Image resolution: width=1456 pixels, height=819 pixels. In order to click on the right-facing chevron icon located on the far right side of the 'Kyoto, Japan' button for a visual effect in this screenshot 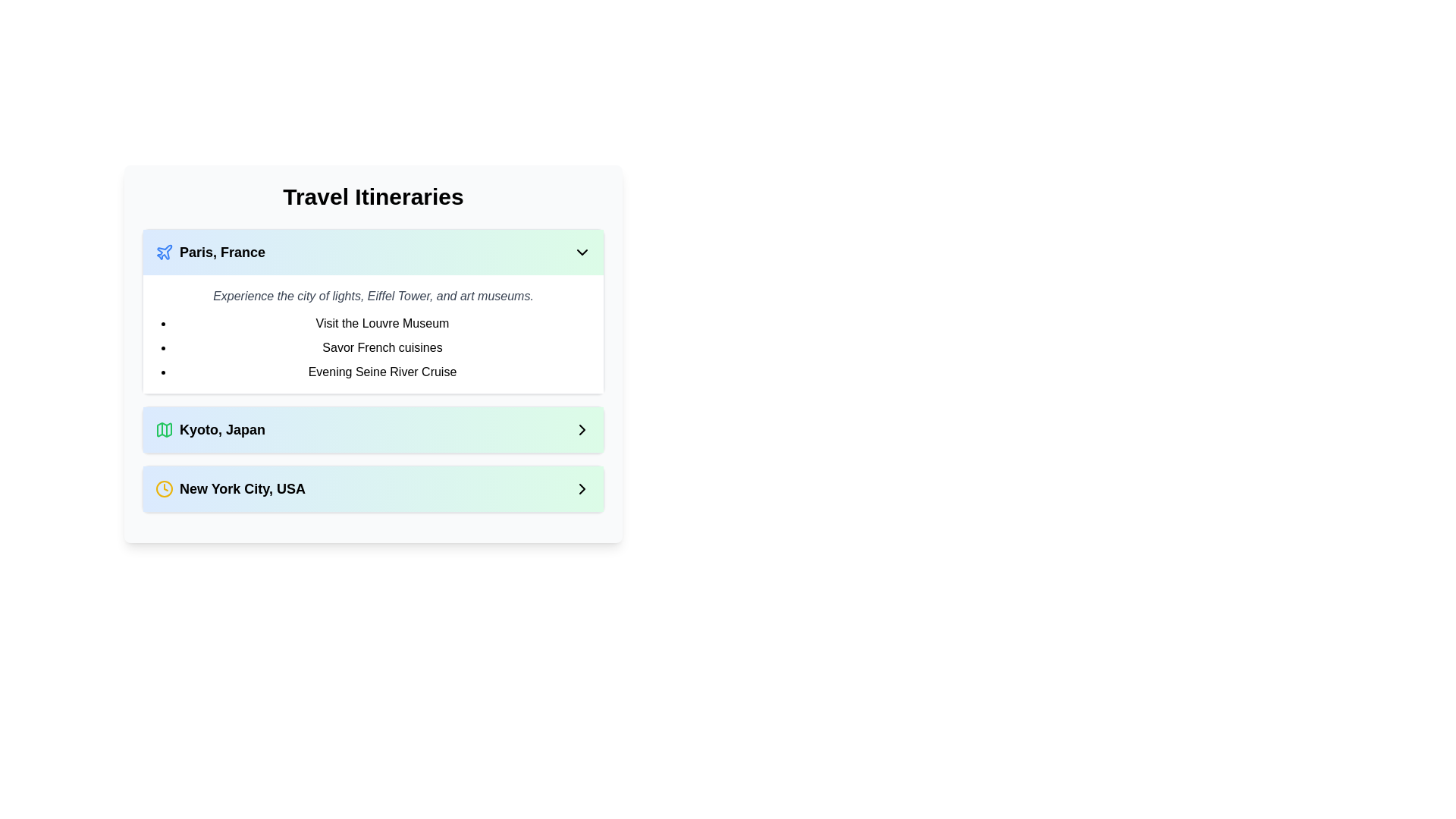, I will do `click(582, 430)`.